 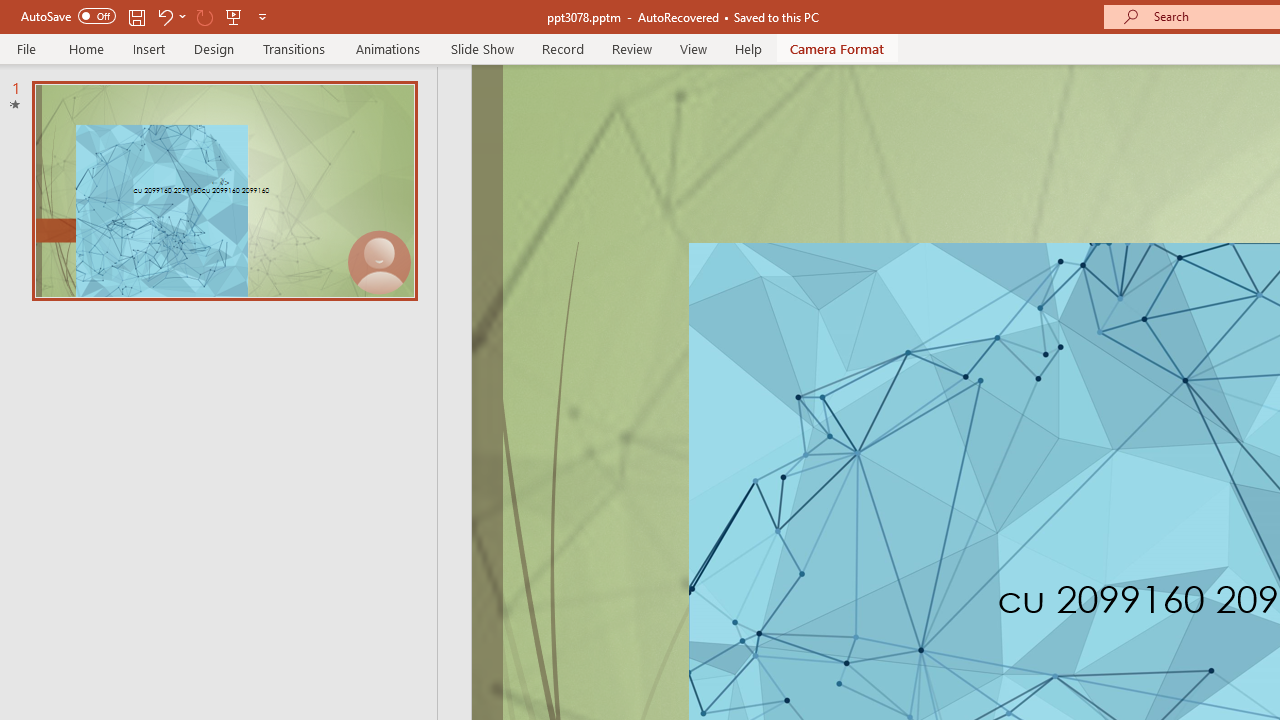 What do you see at coordinates (837, 48) in the screenshot?
I see `'Camera Format'` at bounding box center [837, 48].